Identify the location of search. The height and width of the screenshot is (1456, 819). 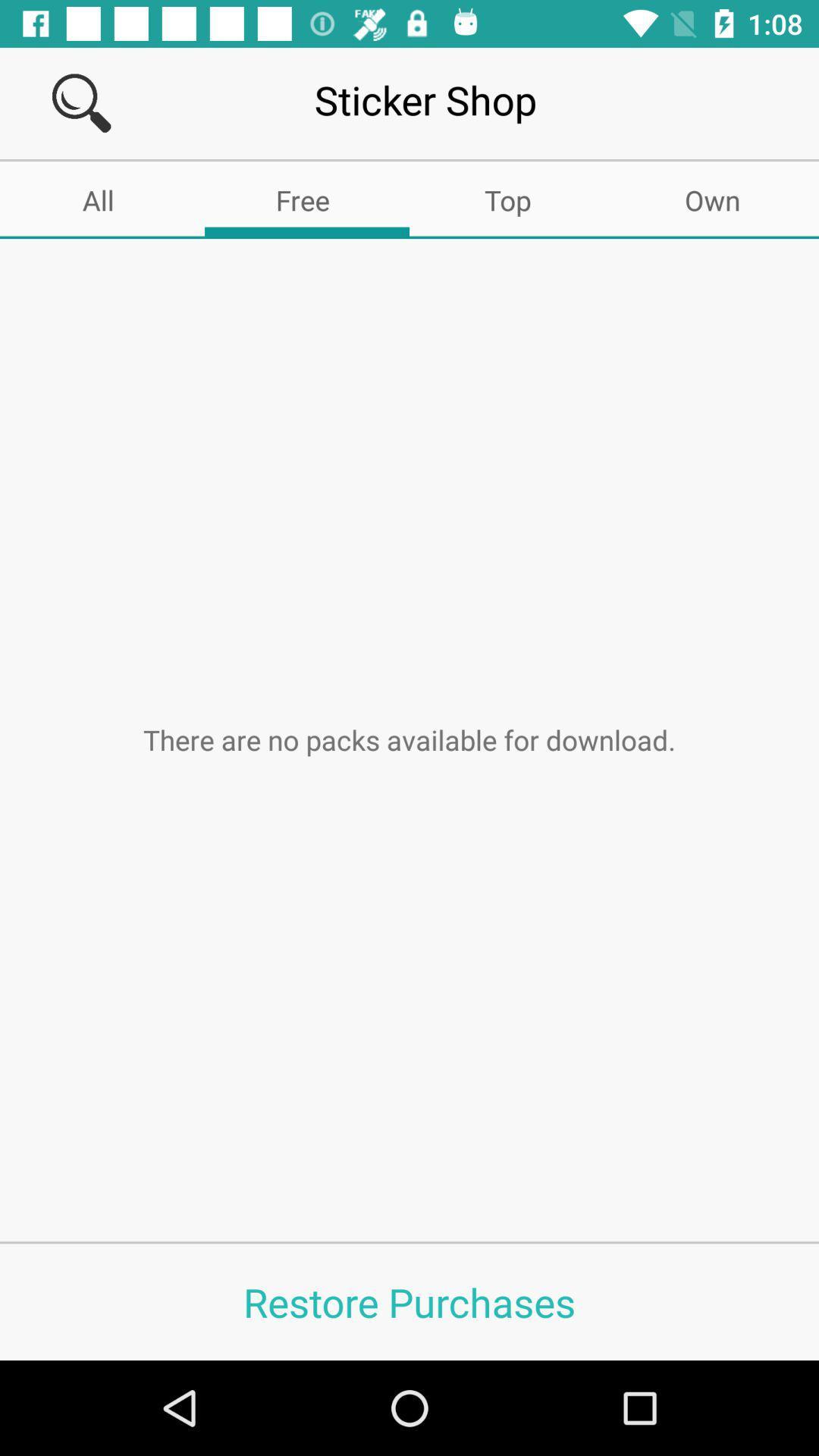
(81, 102).